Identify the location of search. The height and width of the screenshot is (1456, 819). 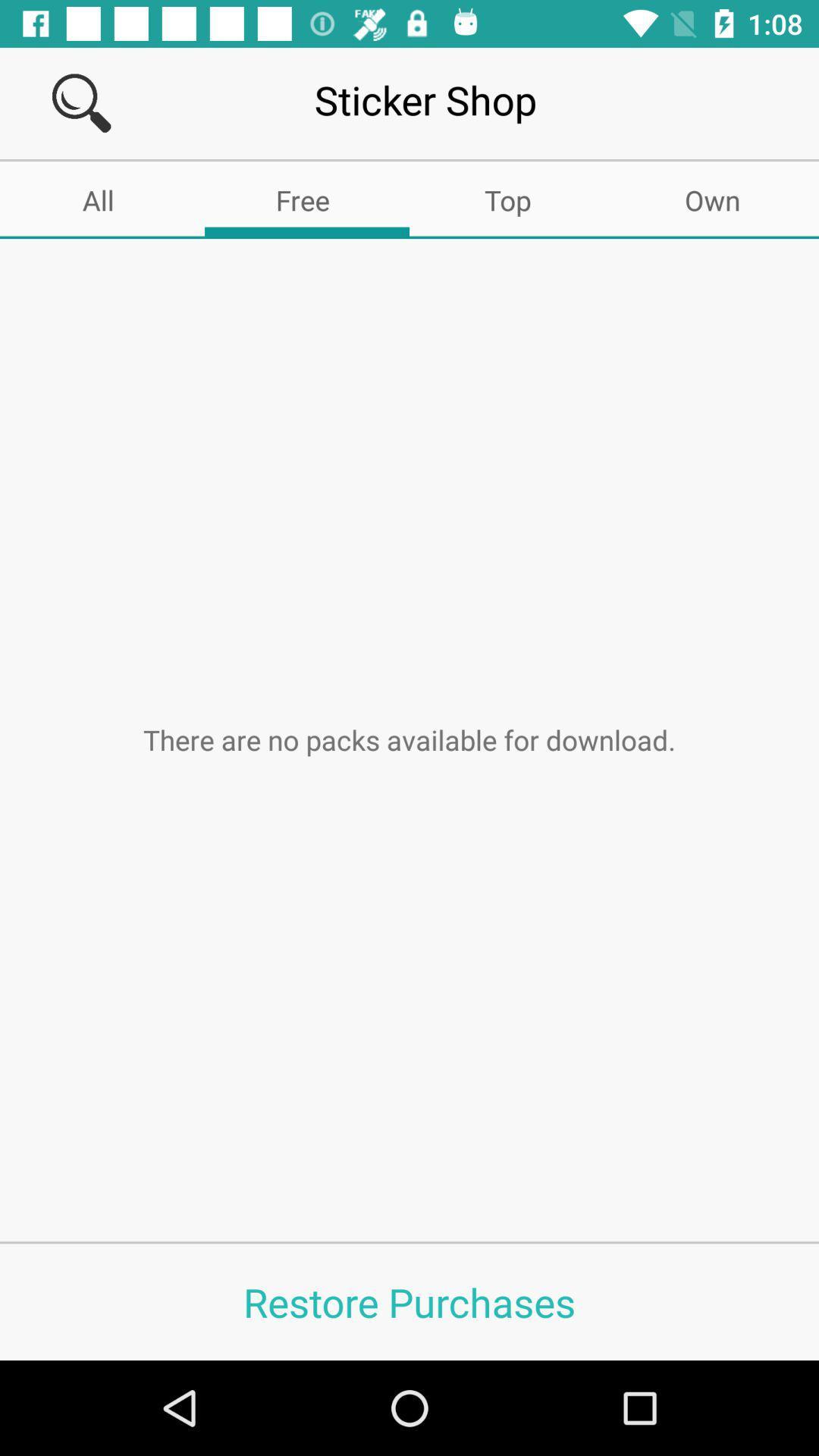
(81, 102).